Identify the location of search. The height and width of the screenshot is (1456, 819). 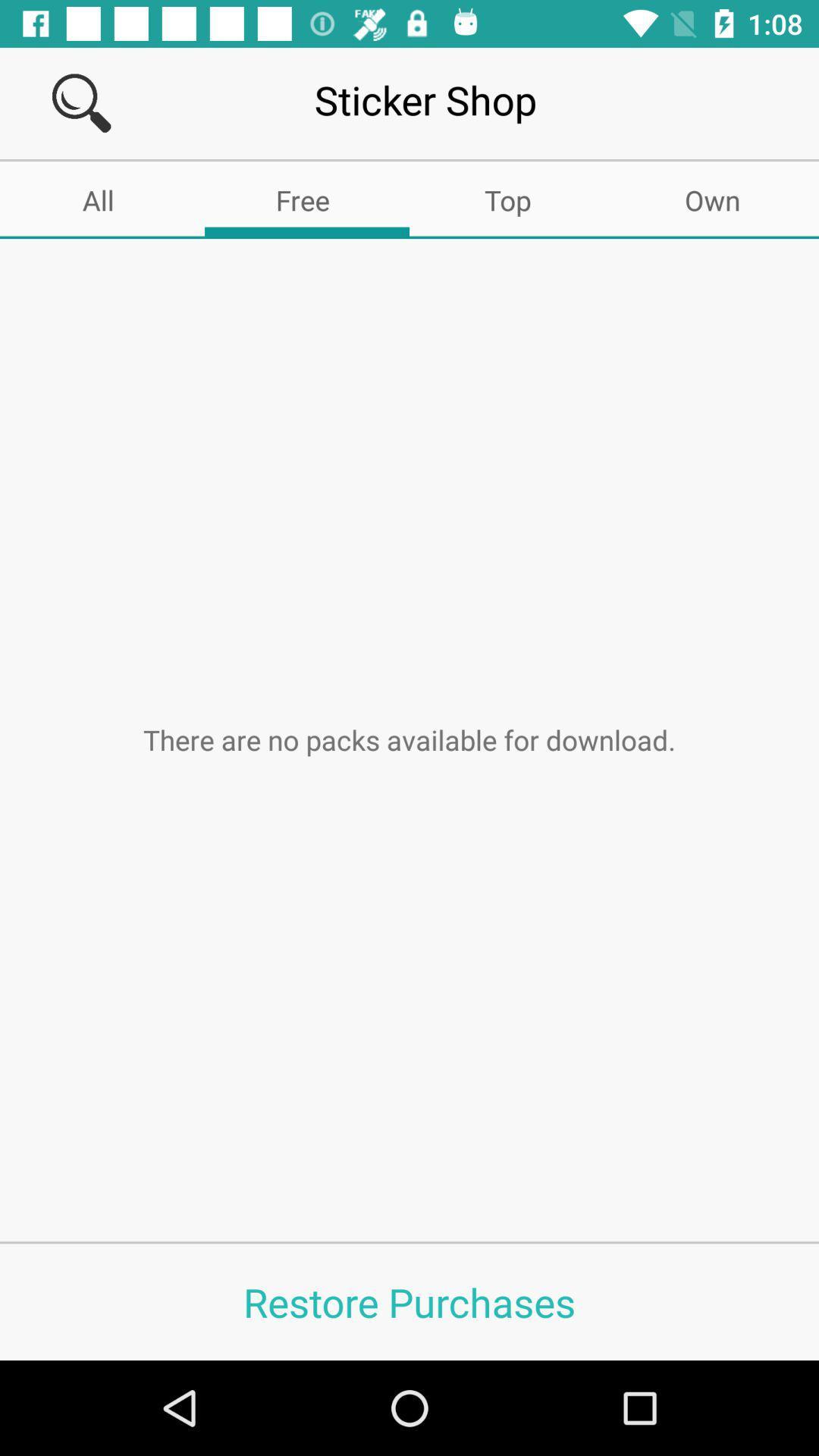
(81, 102).